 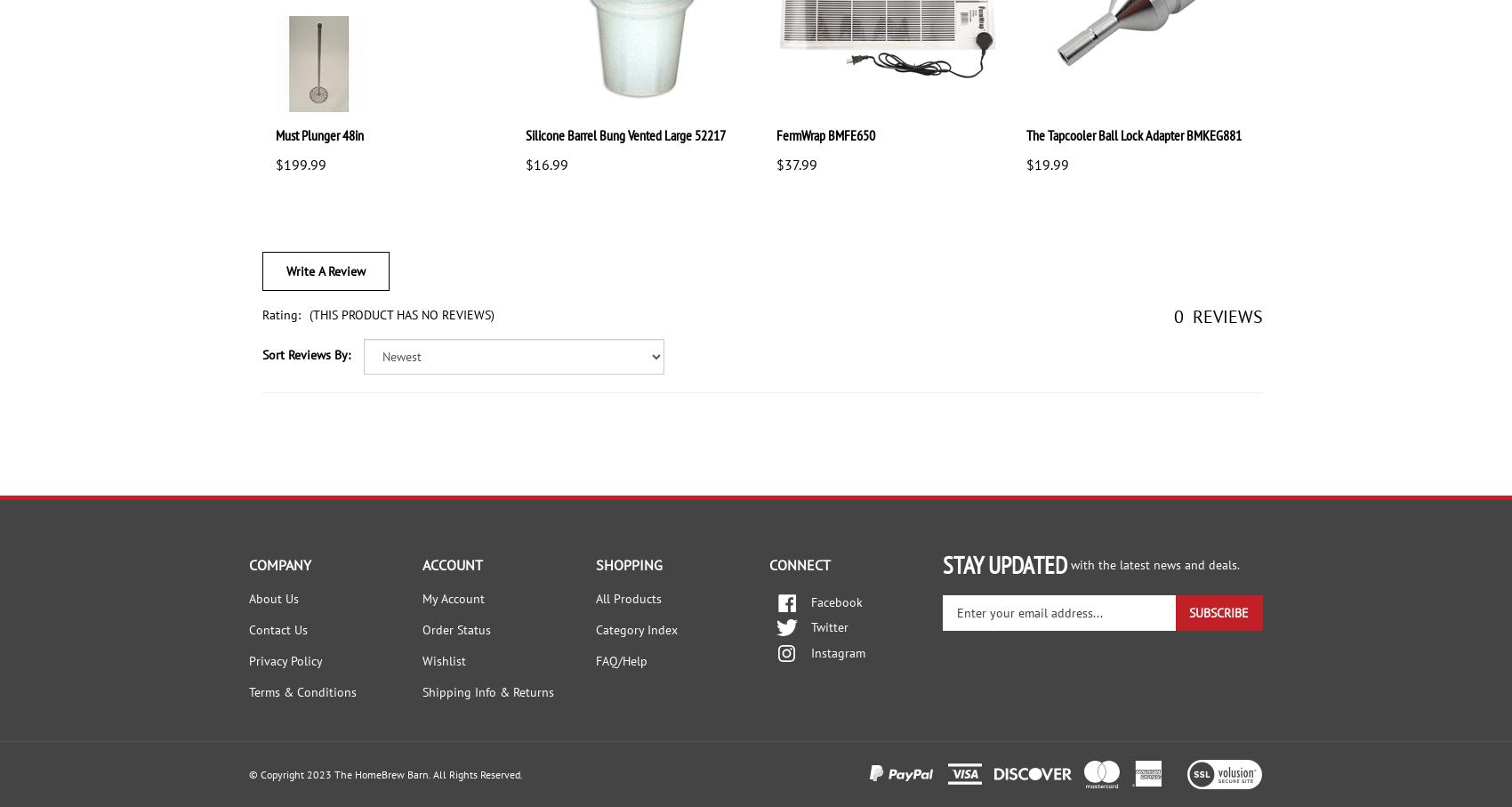 What do you see at coordinates (285, 660) in the screenshot?
I see `'Privacy Policy'` at bounding box center [285, 660].